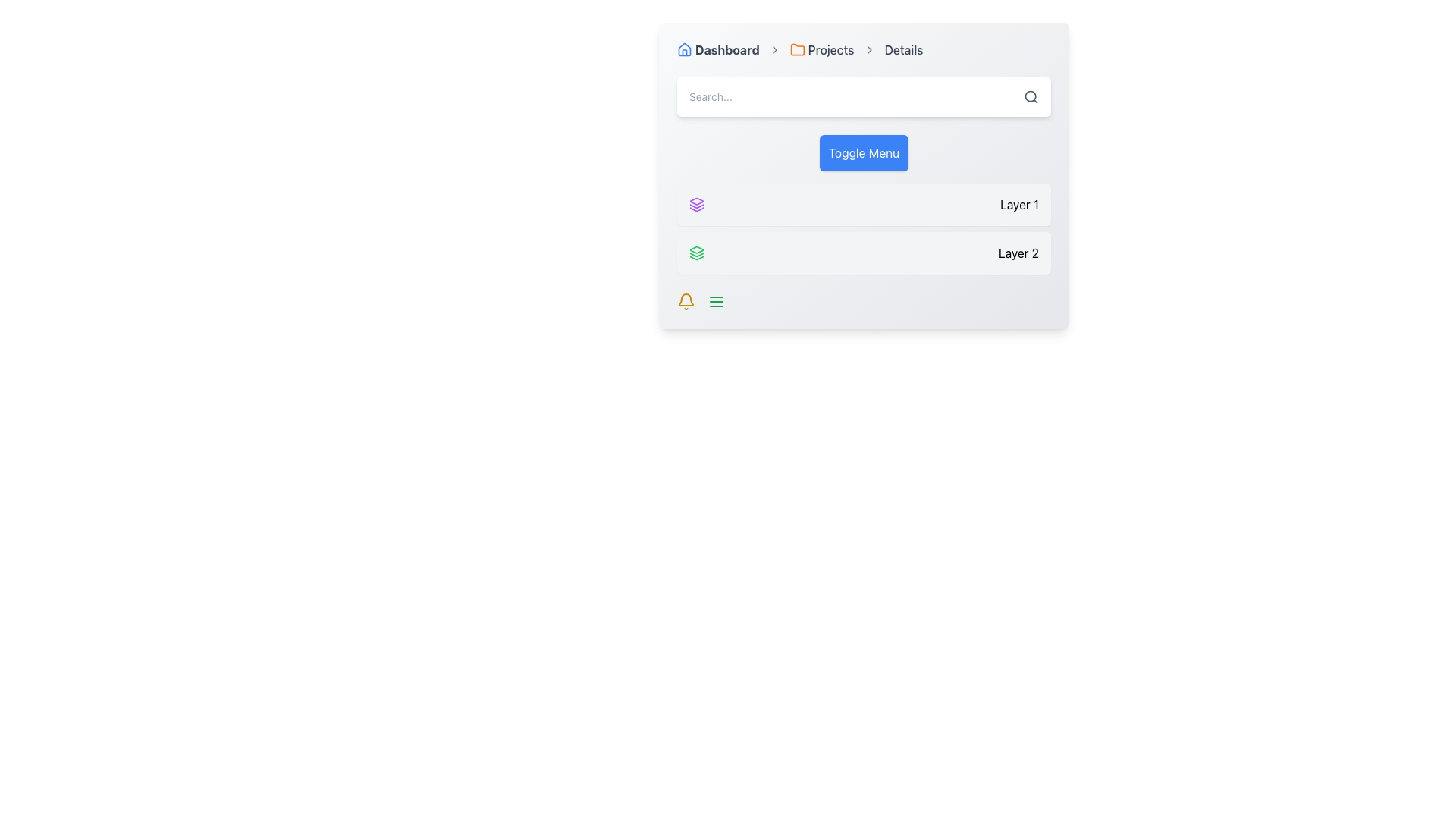  I want to click on the 'Projects' breadcrumb link, so click(821, 49).